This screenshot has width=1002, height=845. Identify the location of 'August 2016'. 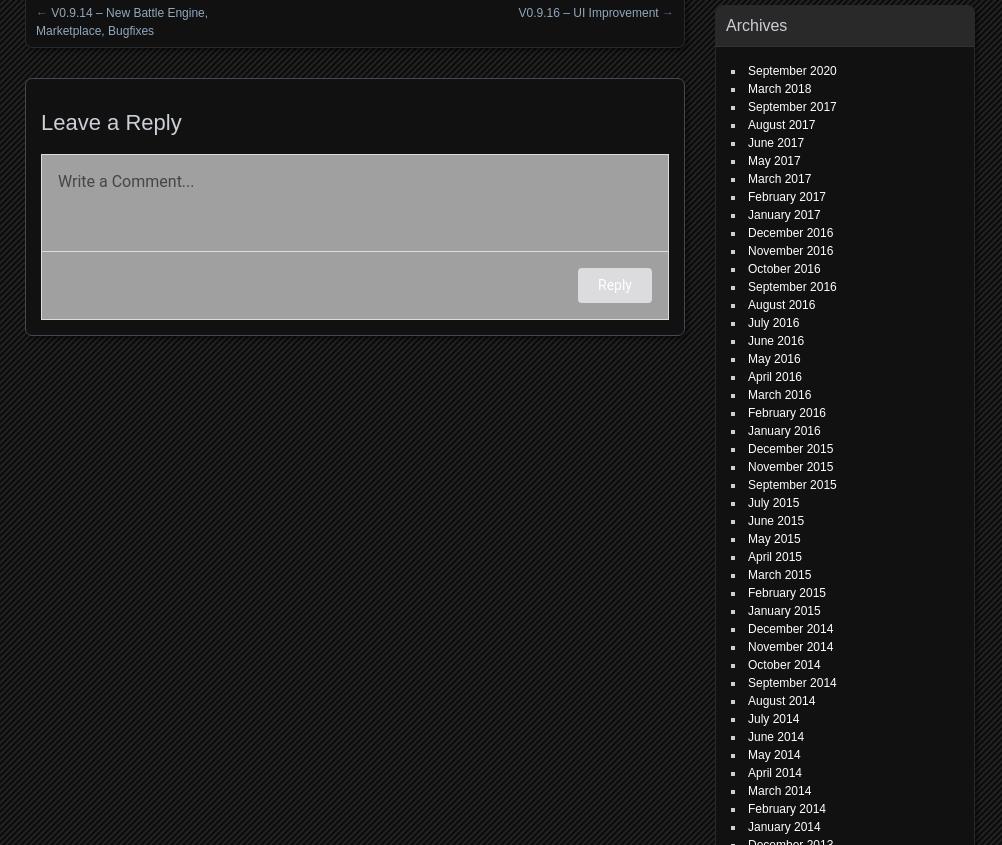
(747, 304).